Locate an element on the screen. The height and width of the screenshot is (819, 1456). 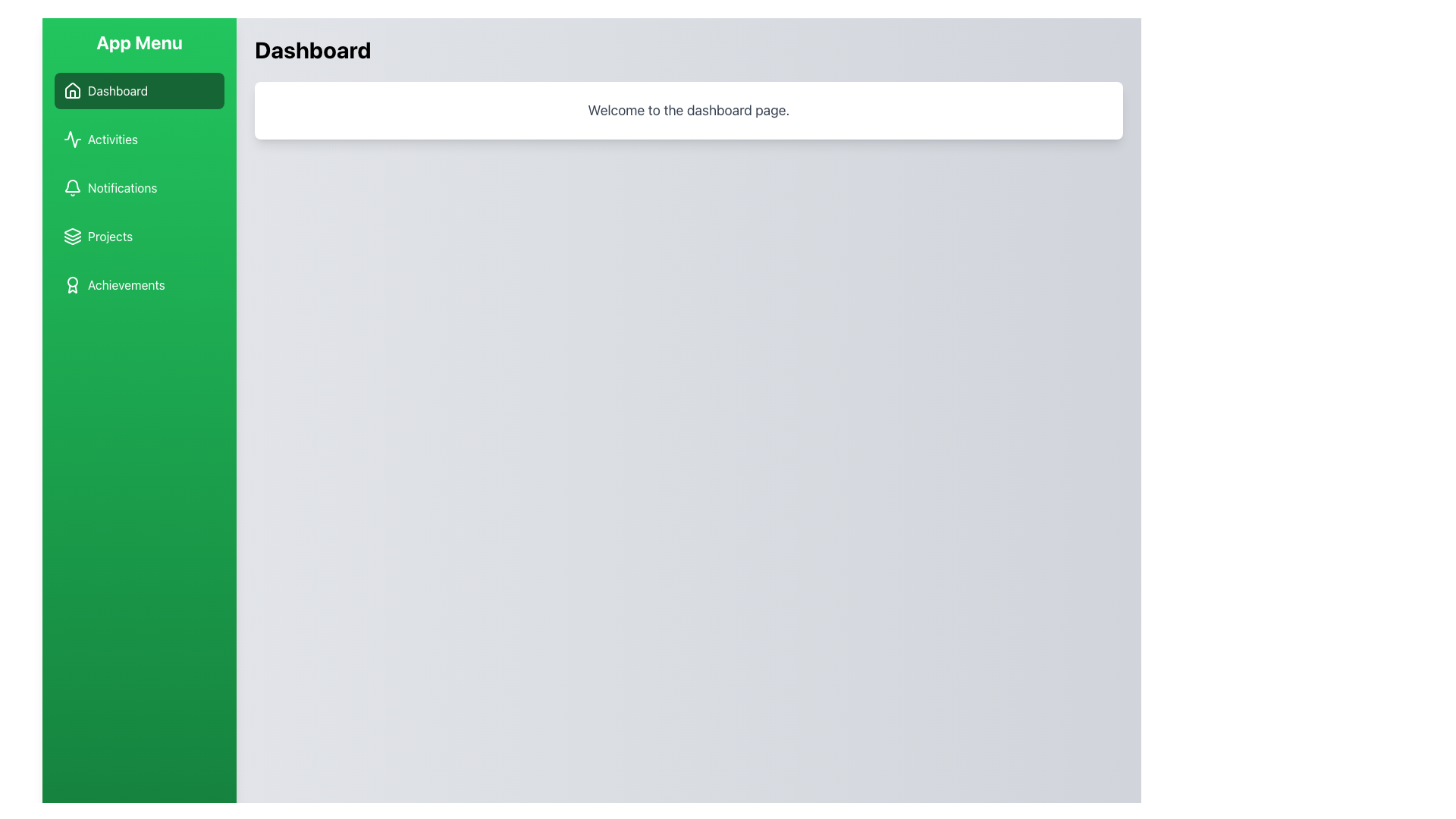
the SVG Circle element located to the left of the 'Achievements' menu label in the sidebar menu is located at coordinates (72, 281).